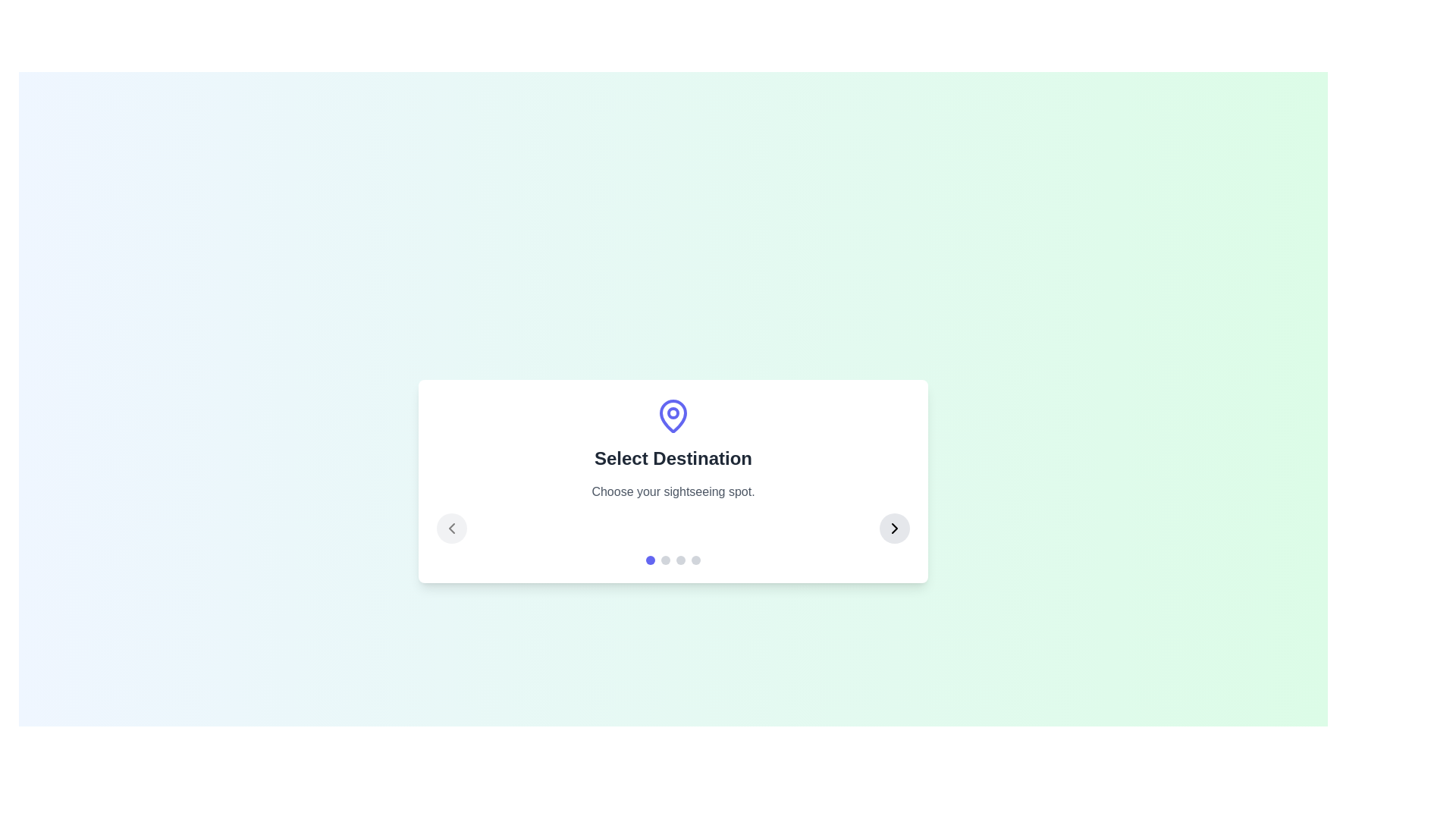 This screenshot has height=819, width=1456. What do you see at coordinates (450, 528) in the screenshot?
I see `the left arrow button to navigate to the previous step` at bounding box center [450, 528].